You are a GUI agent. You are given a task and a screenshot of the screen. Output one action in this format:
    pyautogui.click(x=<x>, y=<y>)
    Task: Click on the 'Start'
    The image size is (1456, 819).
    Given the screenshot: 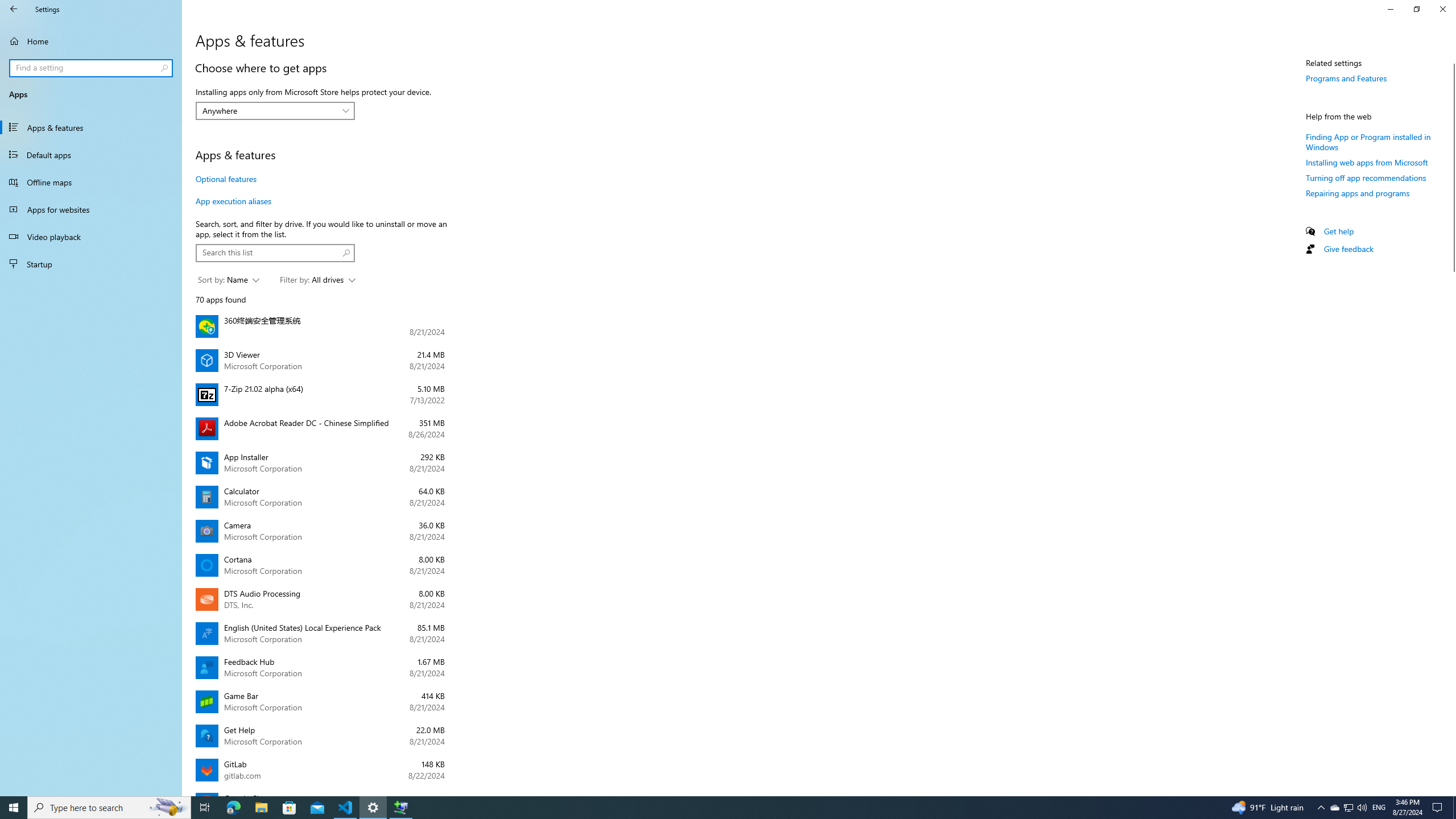 What is the action you would take?
    pyautogui.click(x=14, y=806)
    